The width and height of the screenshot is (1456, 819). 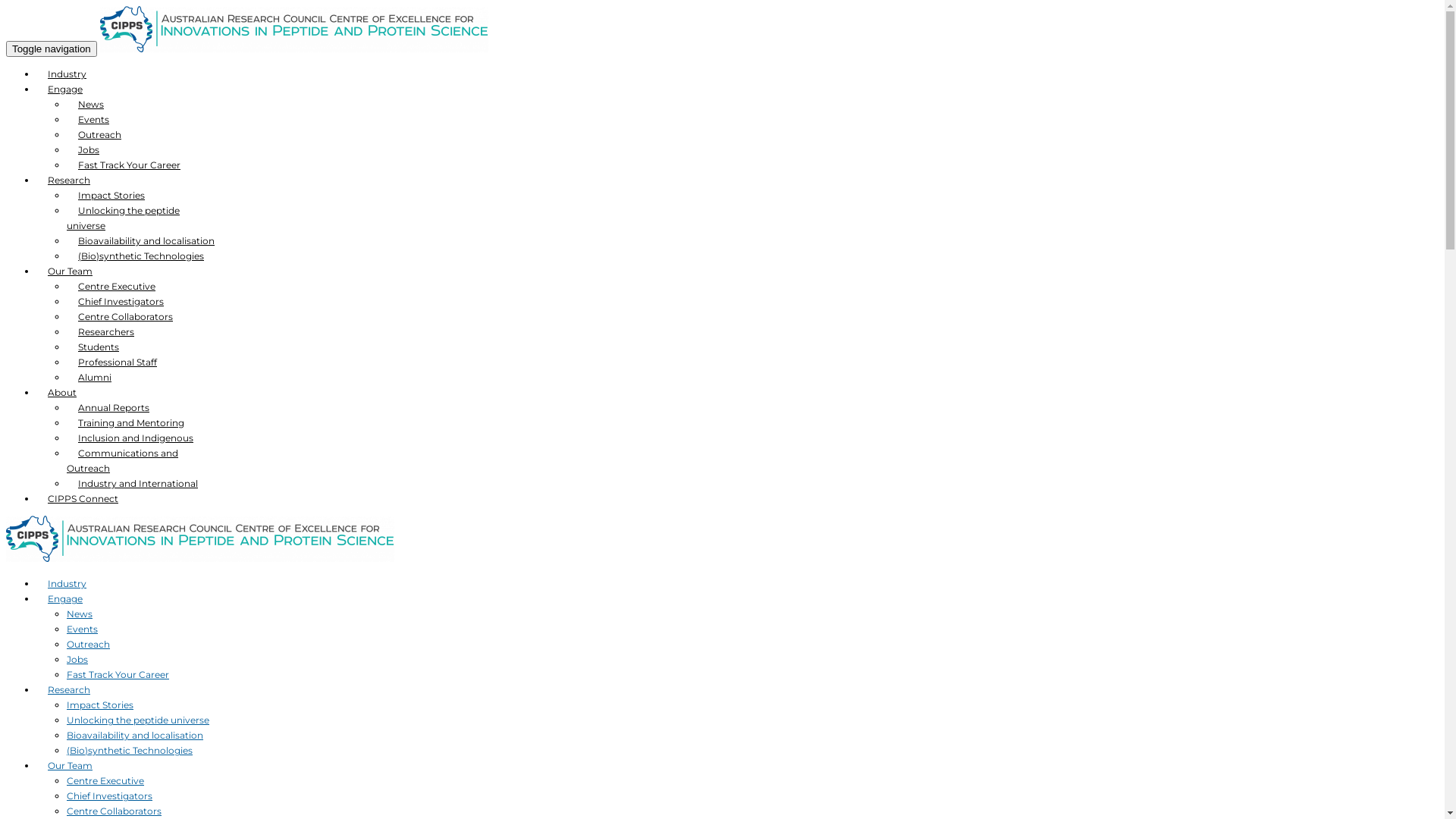 What do you see at coordinates (65, 255) in the screenshot?
I see `'(Bio)synthetic Technologies'` at bounding box center [65, 255].